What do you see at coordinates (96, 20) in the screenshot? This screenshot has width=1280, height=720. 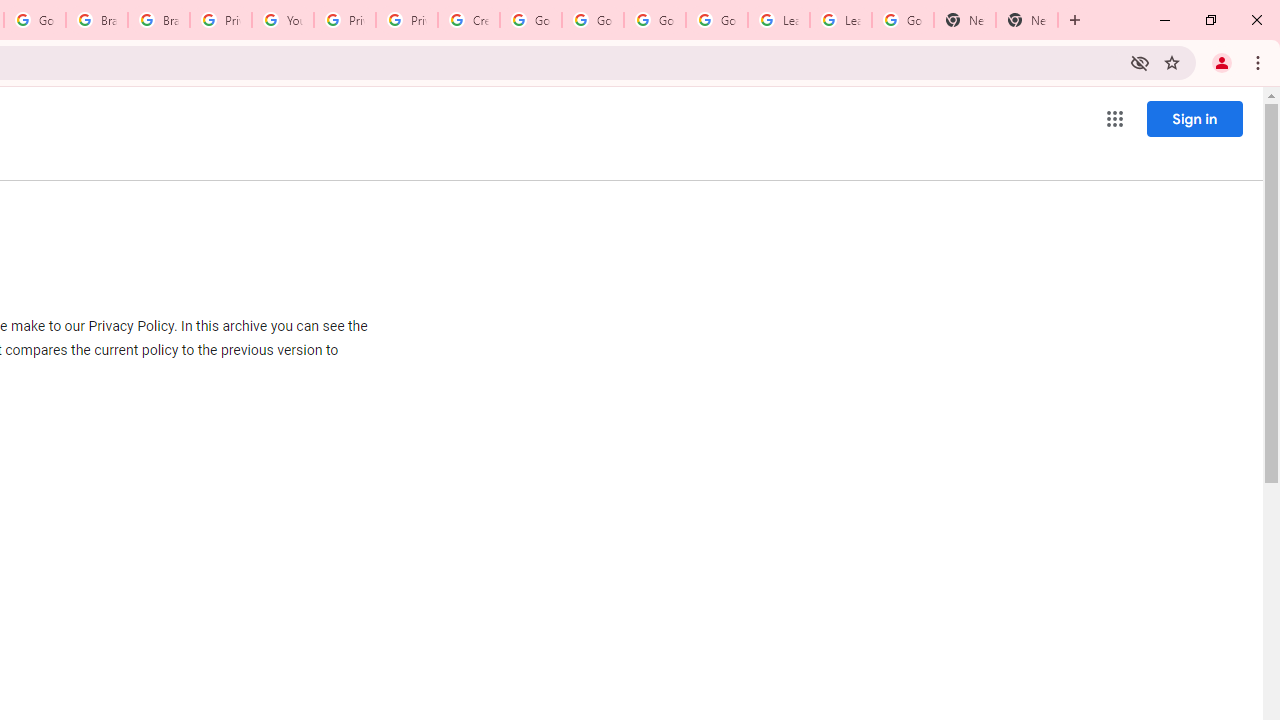 I see `'Brand Resource Center'` at bounding box center [96, 20].